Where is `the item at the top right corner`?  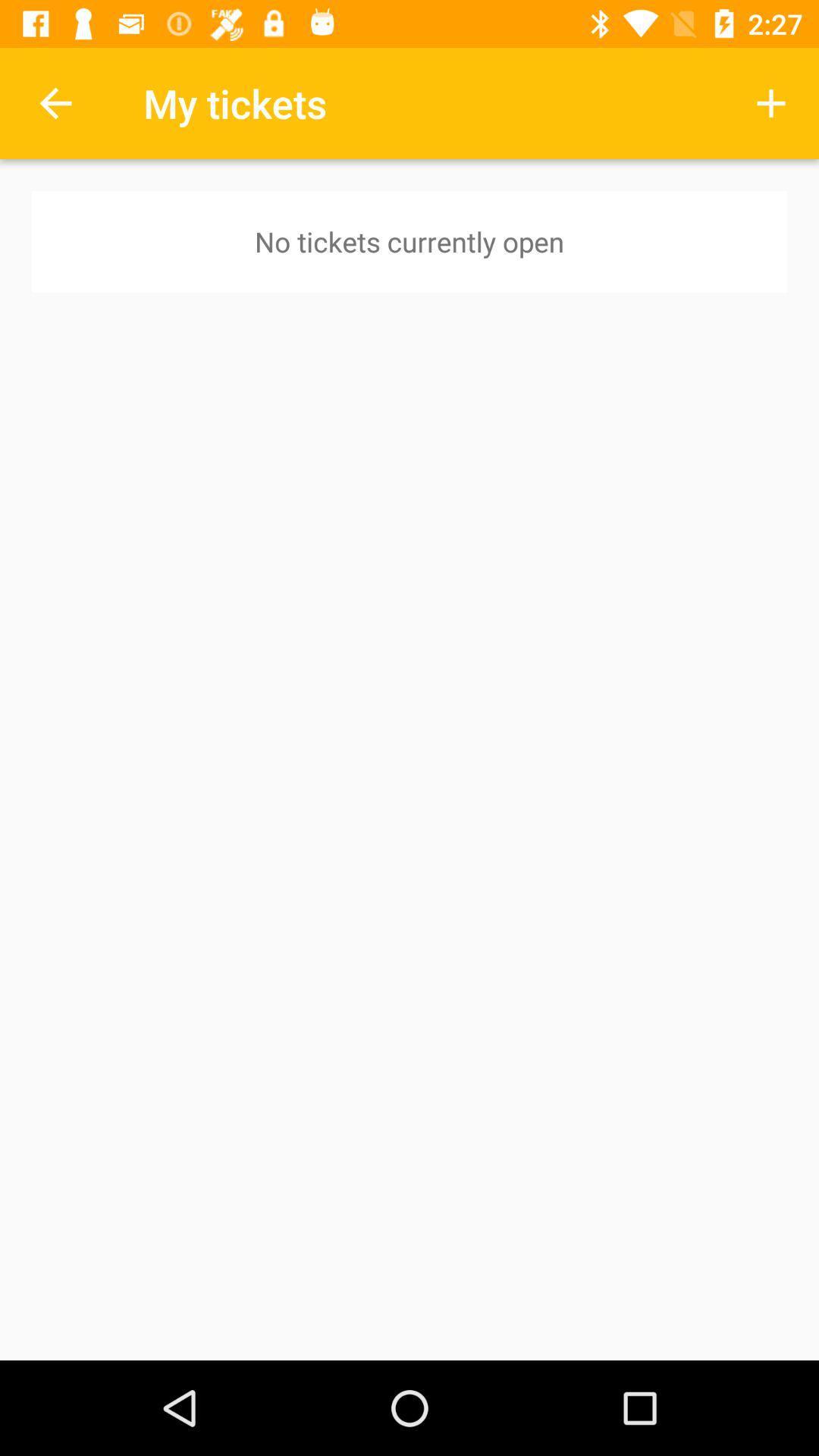
the item at the top right corner is located at coordinates (771, 102).